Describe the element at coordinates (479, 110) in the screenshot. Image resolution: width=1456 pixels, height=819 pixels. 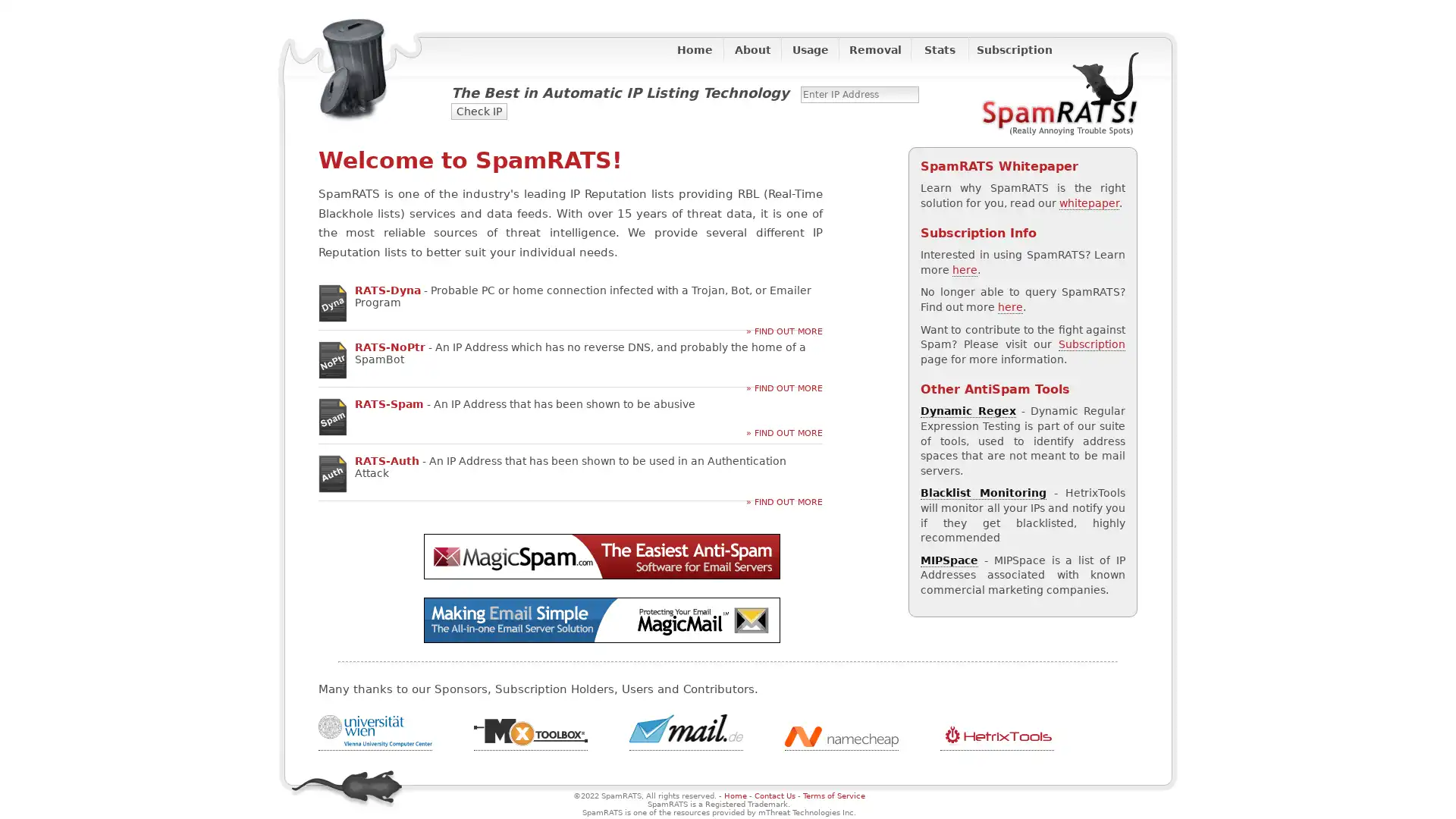
I see `Check IP` at that location.